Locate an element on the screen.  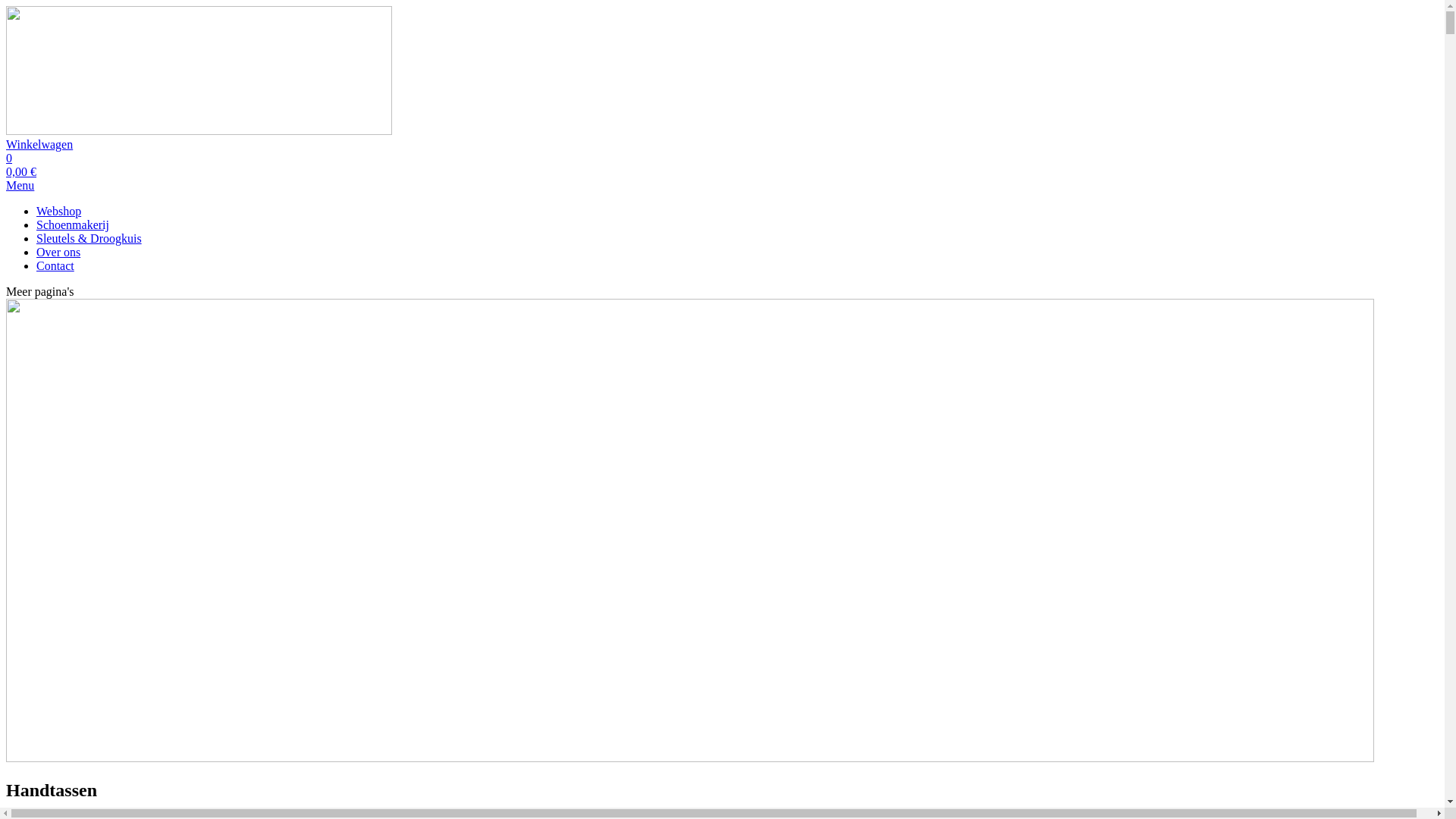
'Menu' is located at coordinates (20, 184).